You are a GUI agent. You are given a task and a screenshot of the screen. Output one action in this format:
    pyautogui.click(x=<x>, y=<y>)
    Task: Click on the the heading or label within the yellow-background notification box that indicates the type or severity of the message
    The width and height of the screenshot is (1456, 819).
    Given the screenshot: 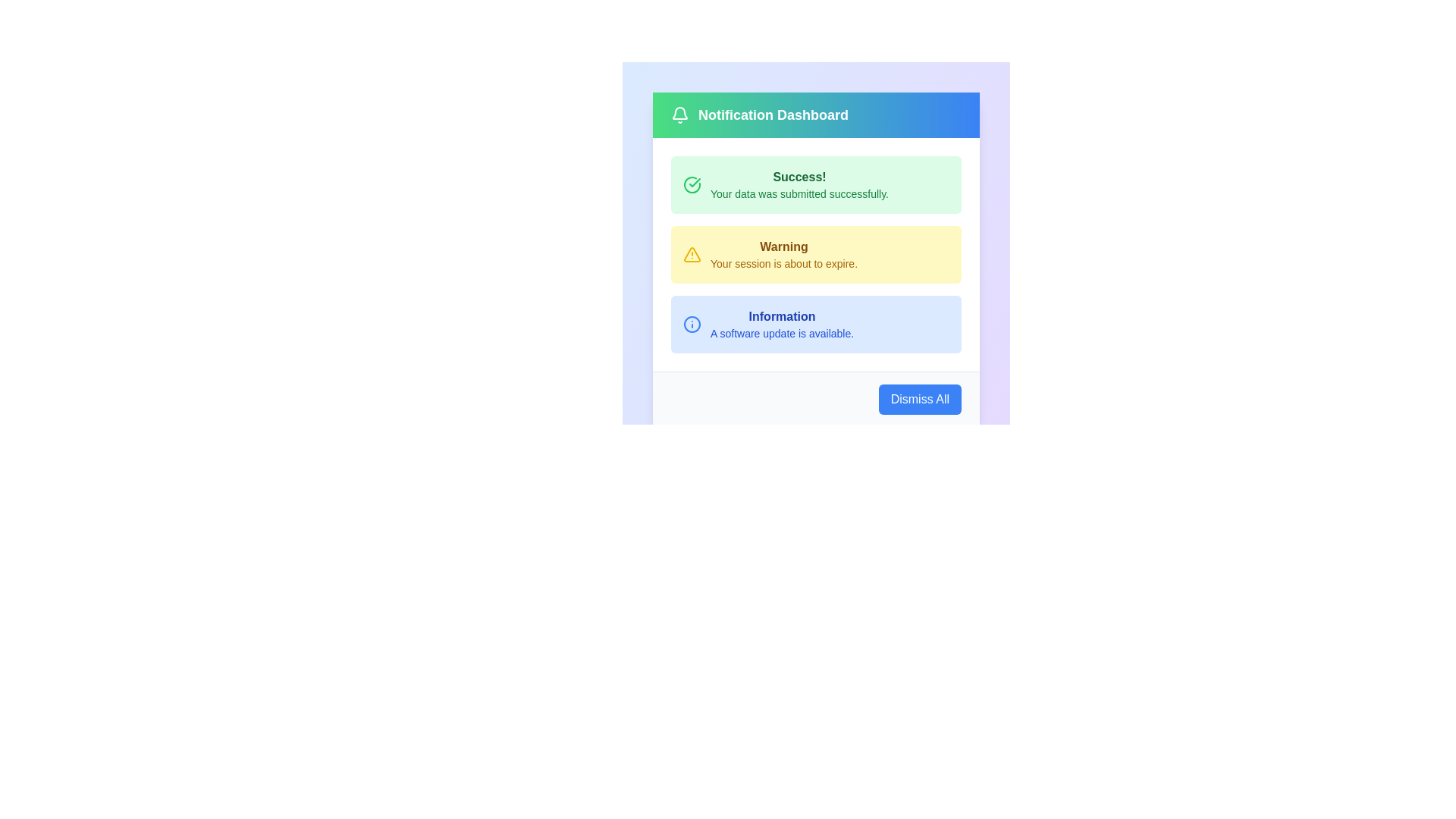 What is the action you would take?
    pyautogui.click(x=784, y=246)
    